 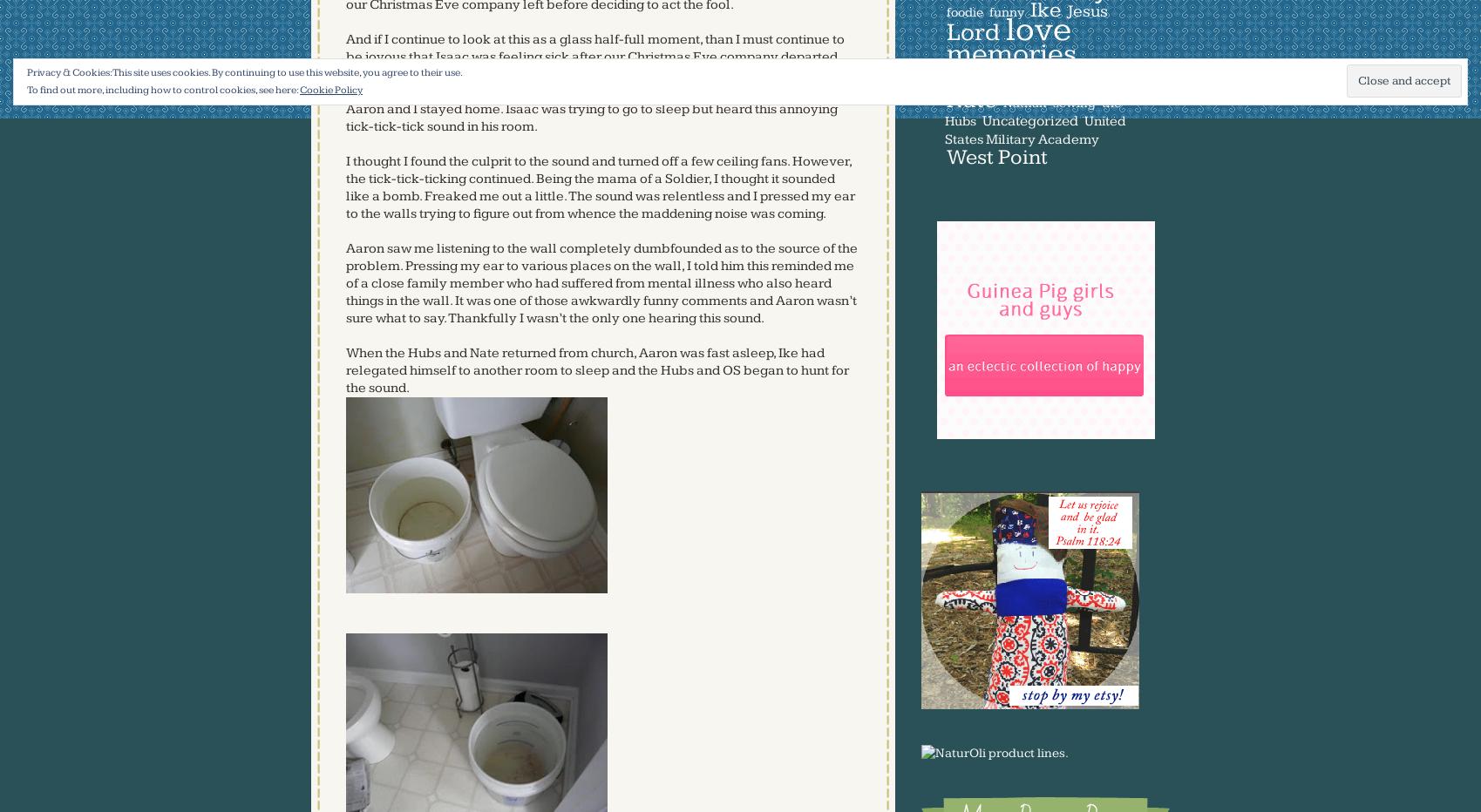 What do you see at coordinates (1066, 10) in the screenshot?
I see `'Jesus'` at bounding box center [1066, 10].